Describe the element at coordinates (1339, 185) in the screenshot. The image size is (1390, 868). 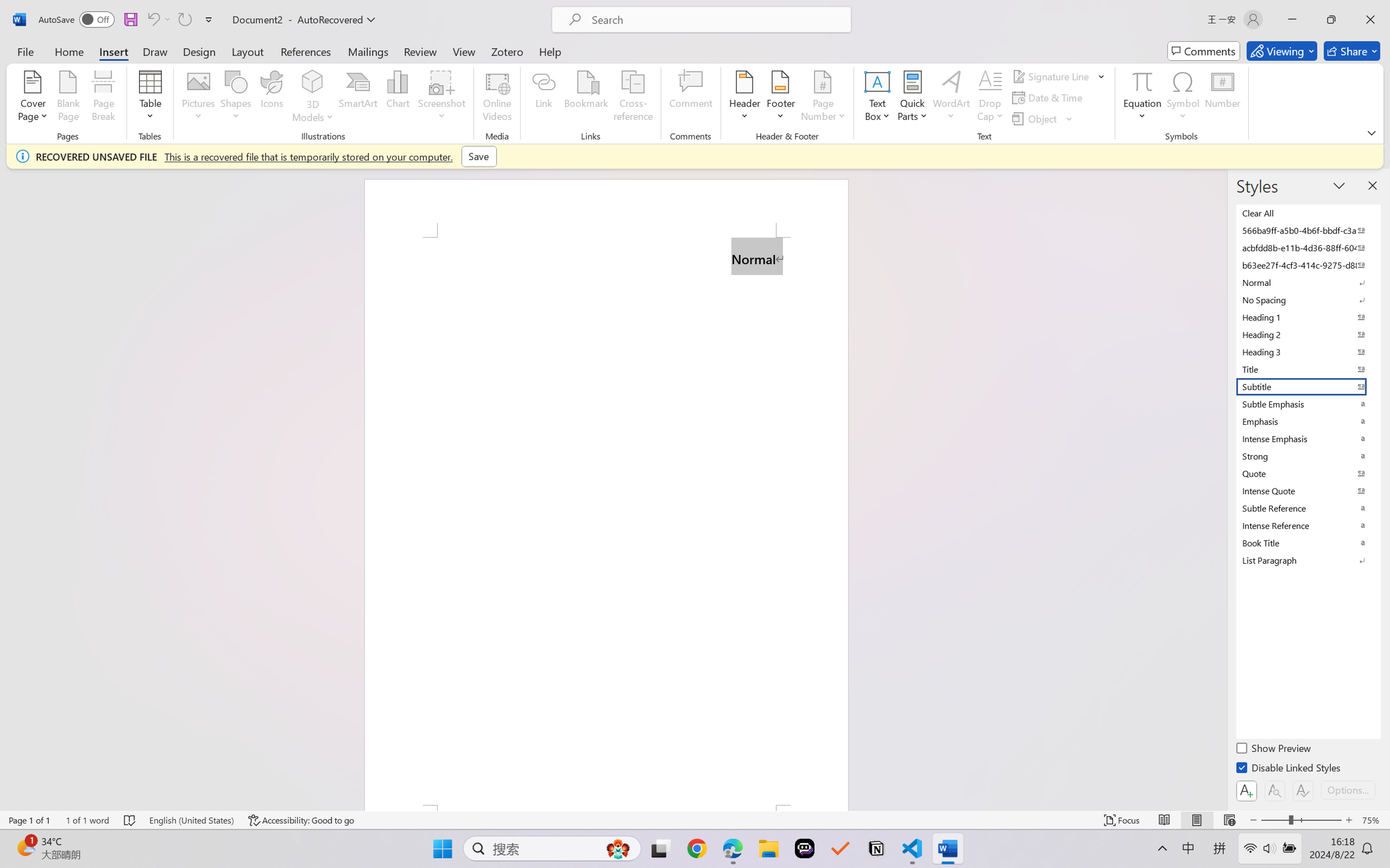
I see `'Task Pane Options'` at that location.